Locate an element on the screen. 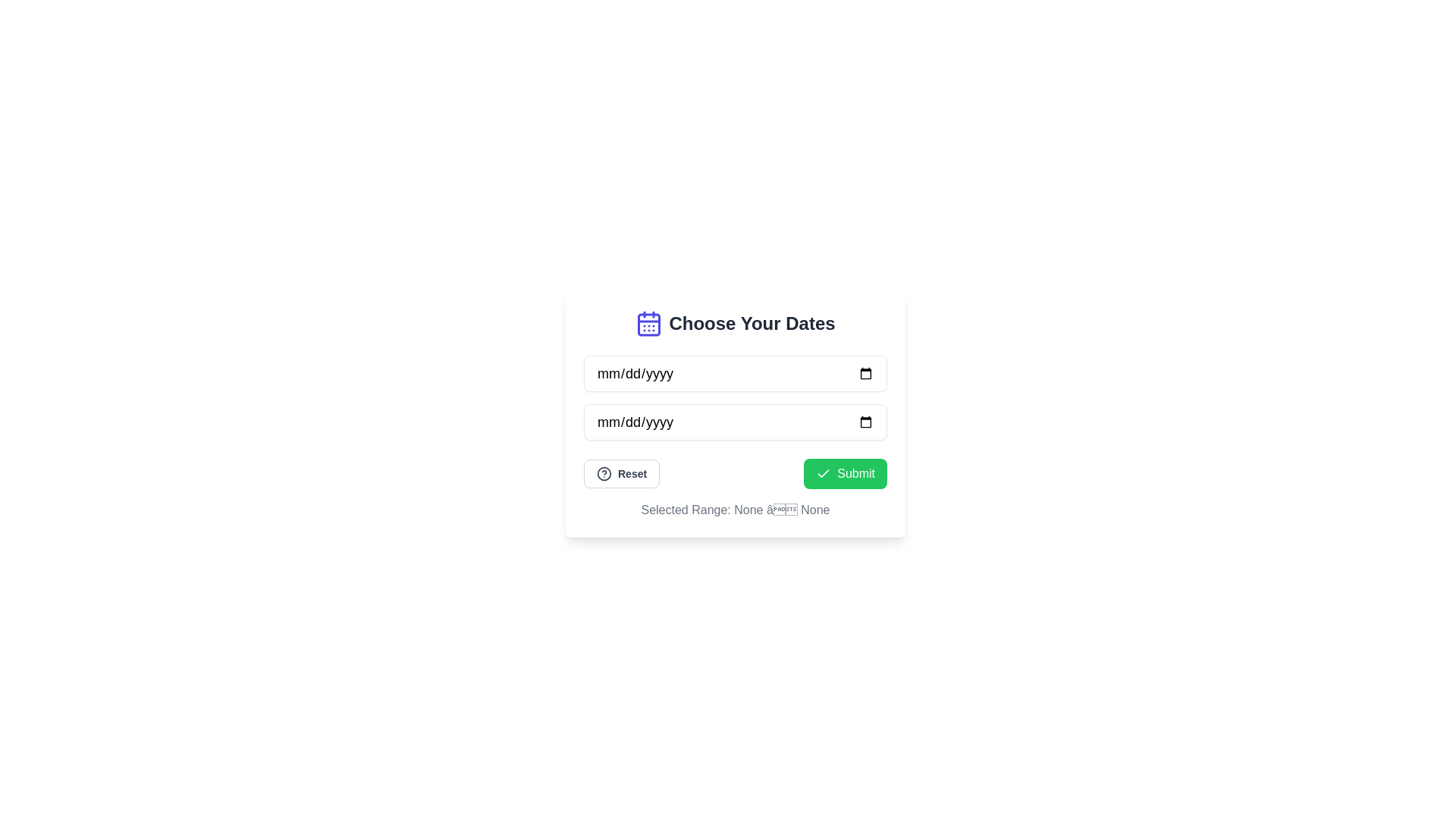  the 'Submit' button, which is located to the right of the 'Reset' button and below the input fields labeled 'mm/dd/yyyy' is located at coordinates (845, 472).